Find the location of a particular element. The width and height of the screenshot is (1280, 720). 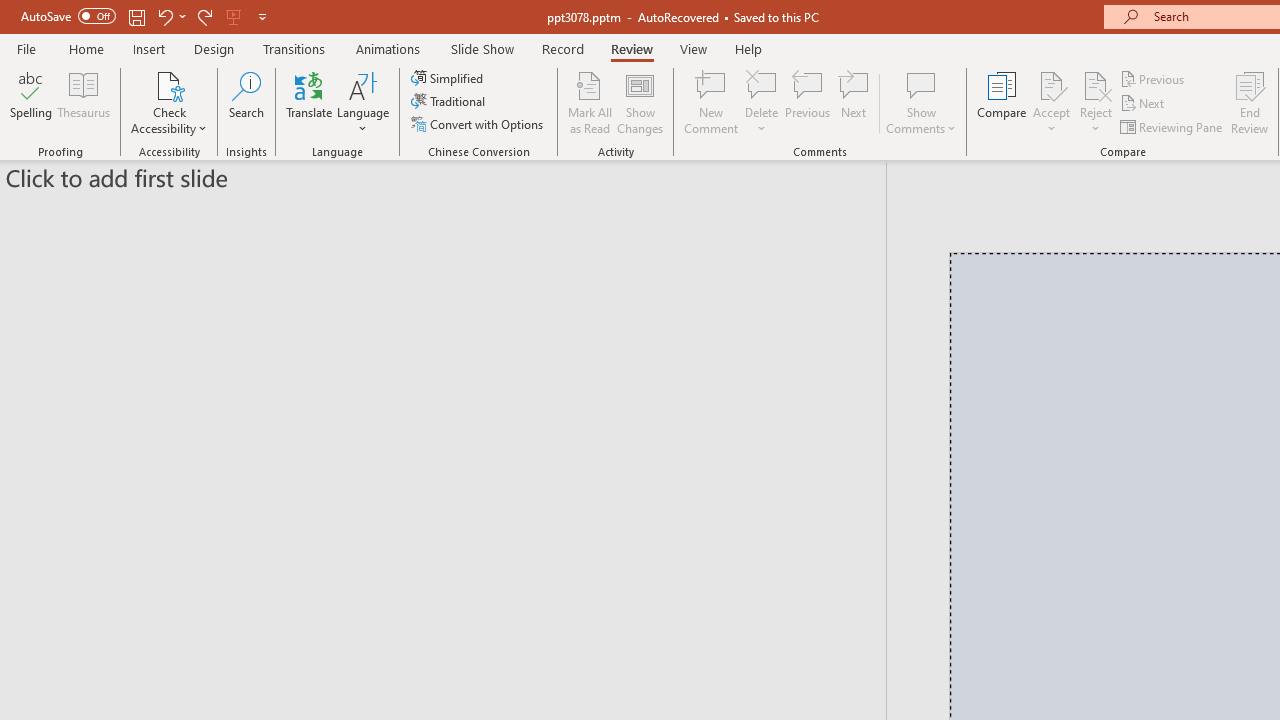

'Spelling...' is located at coordinates (31, 103).